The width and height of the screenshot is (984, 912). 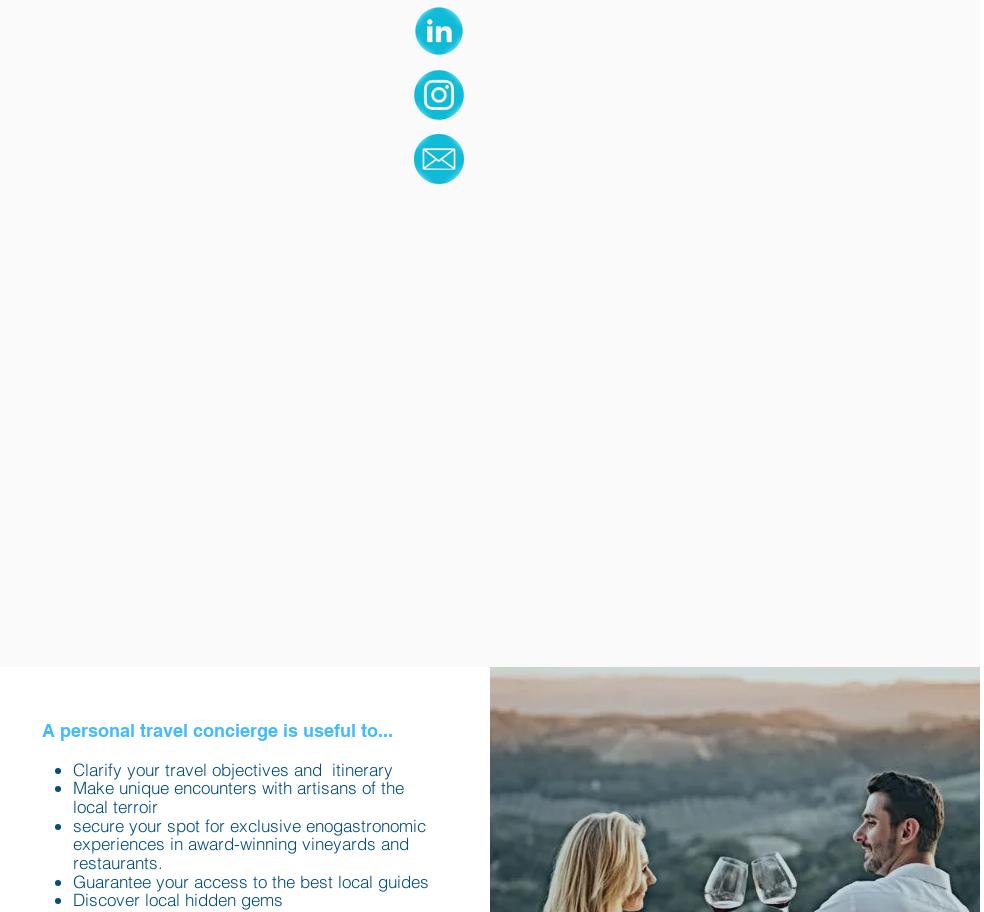 I want to click on 'artisans of the local', so click(x=237, y=796).